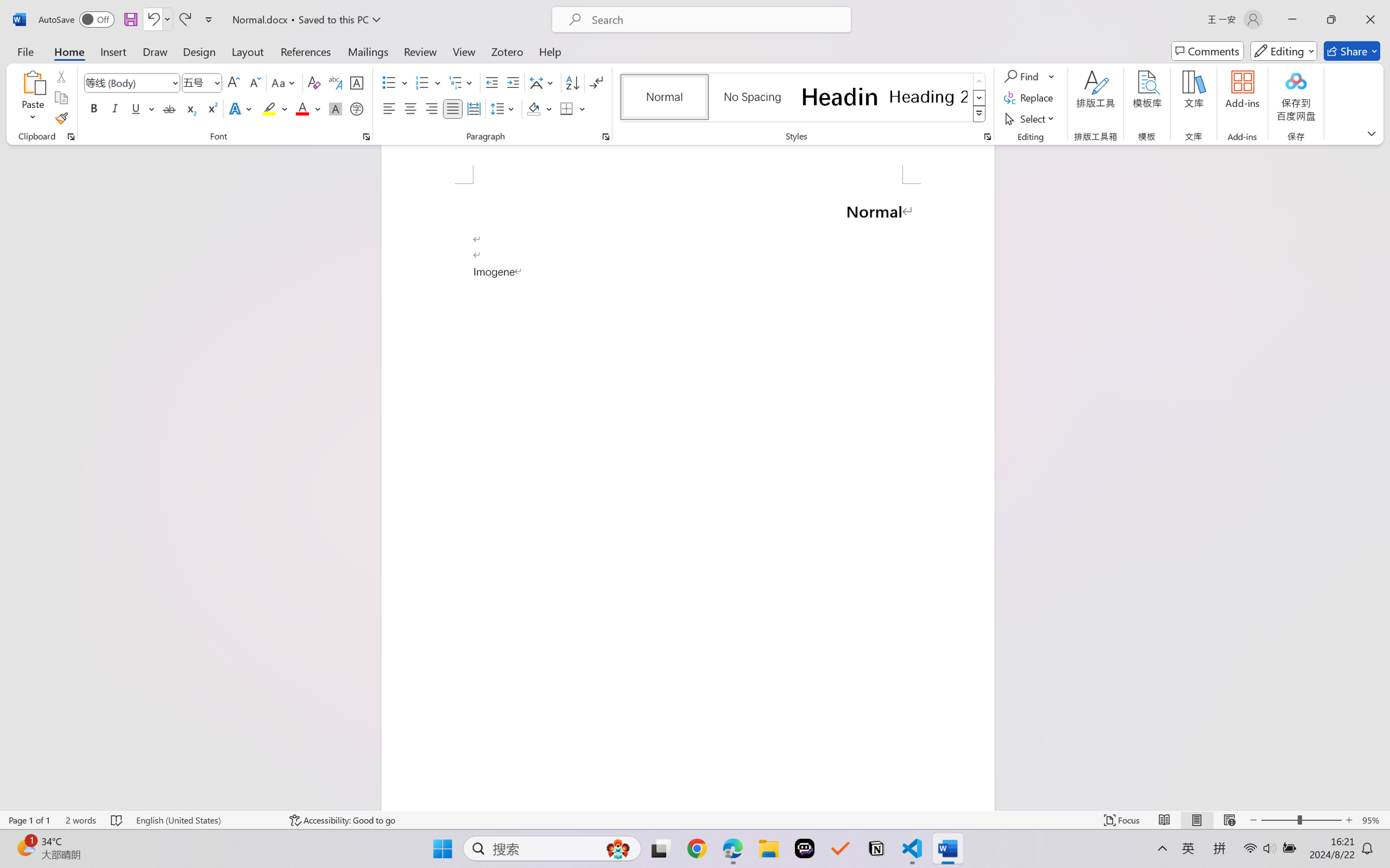  I want to click on 'Heading 1', so click(839, 96).